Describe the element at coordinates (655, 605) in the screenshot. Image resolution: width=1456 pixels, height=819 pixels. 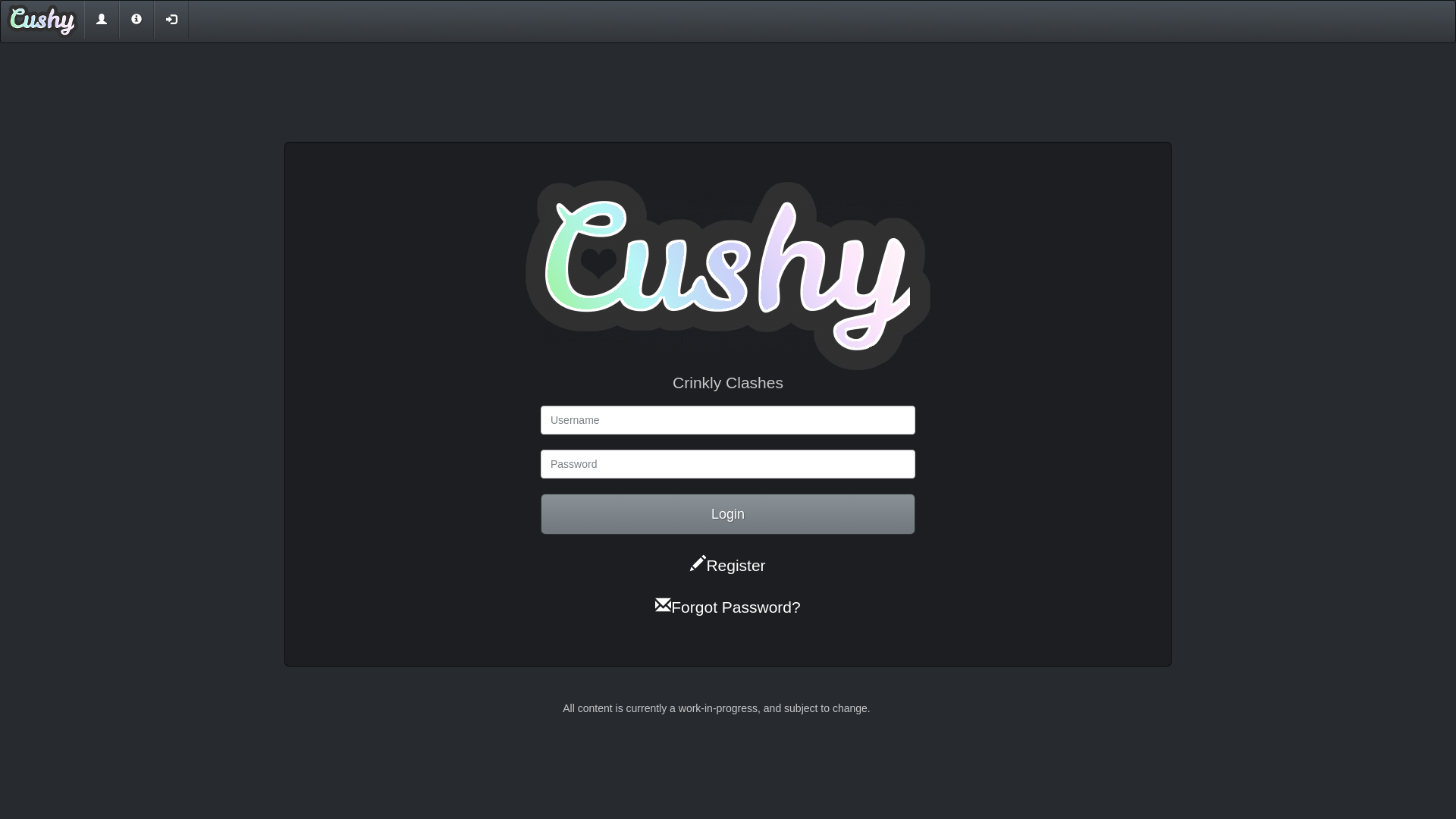
I see `'Forgot Password?'` at that location.